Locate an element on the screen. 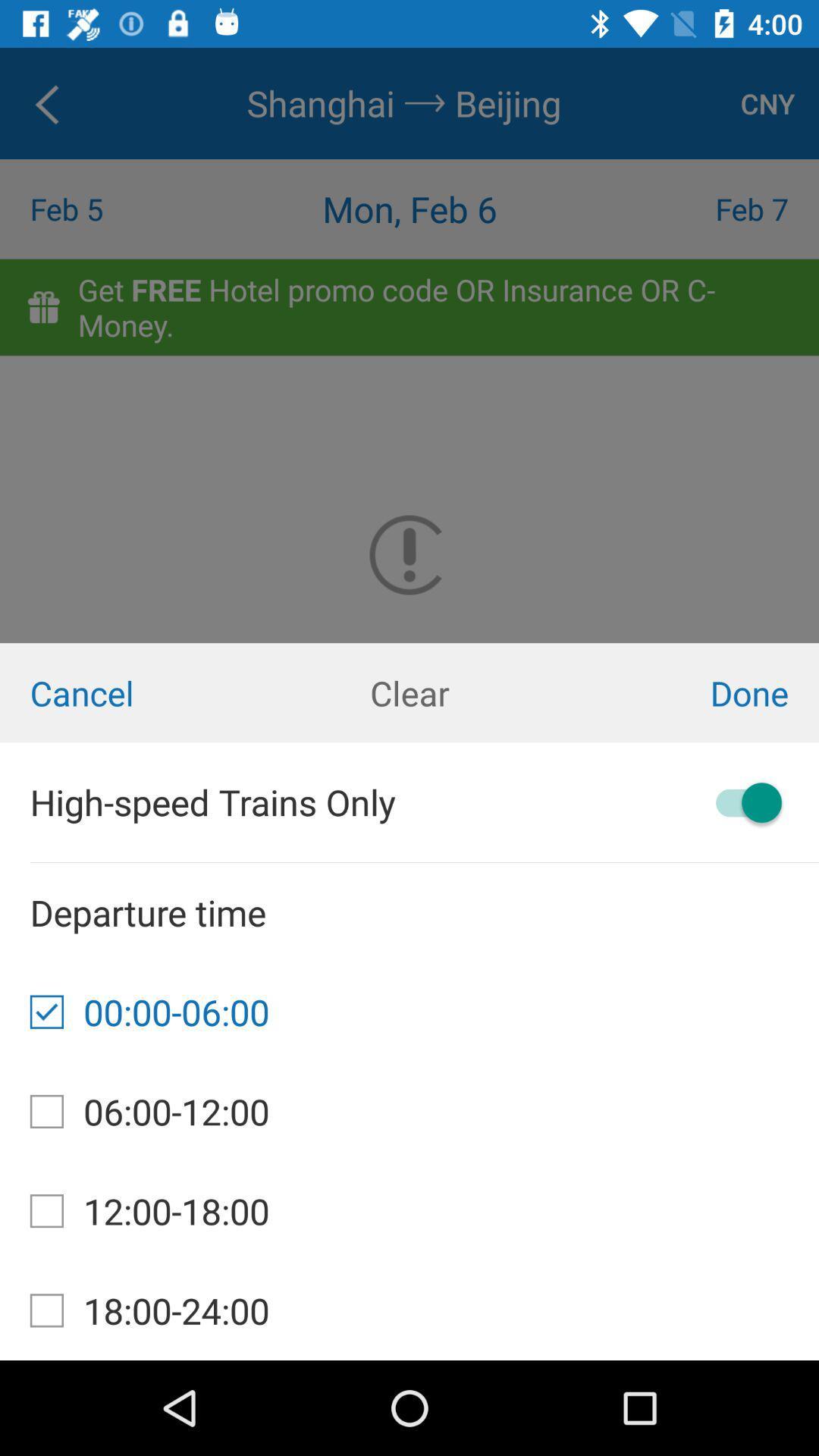 This screenshot has height=1456, width=819. the done item is located at coordinates (681, 692).